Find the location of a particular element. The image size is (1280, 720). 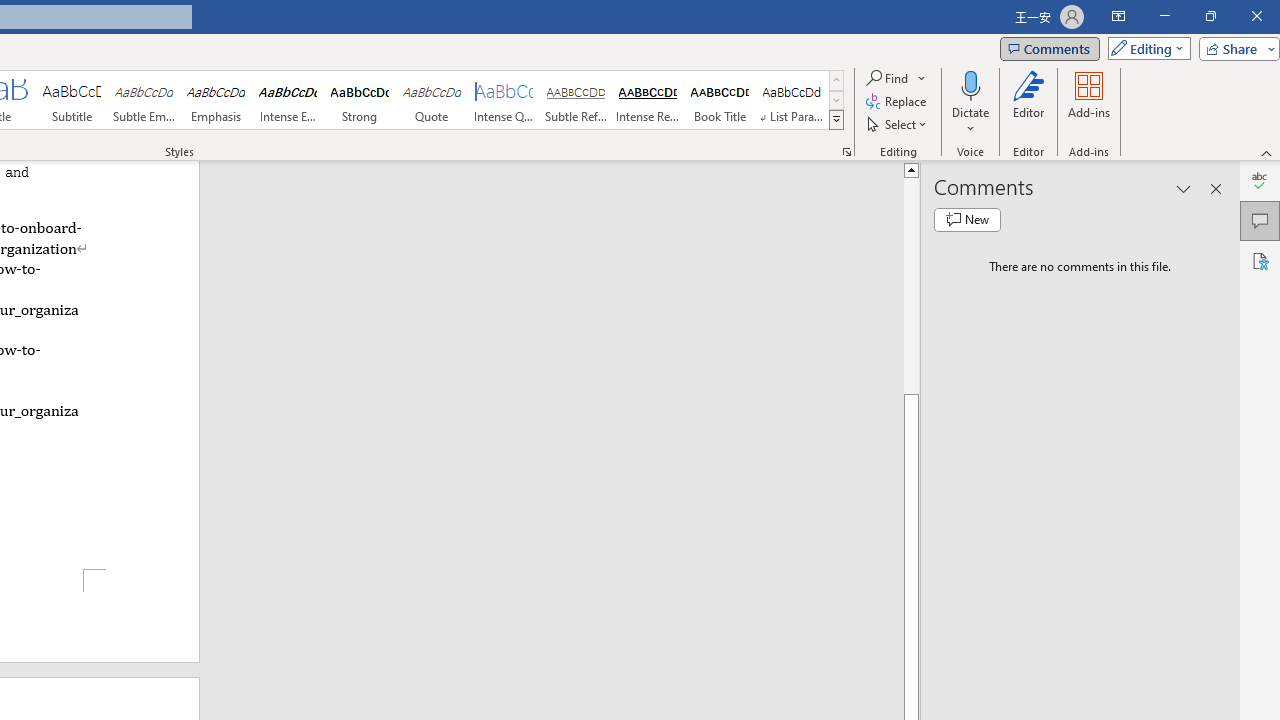

'Select' is located at coordinates (897, 124).